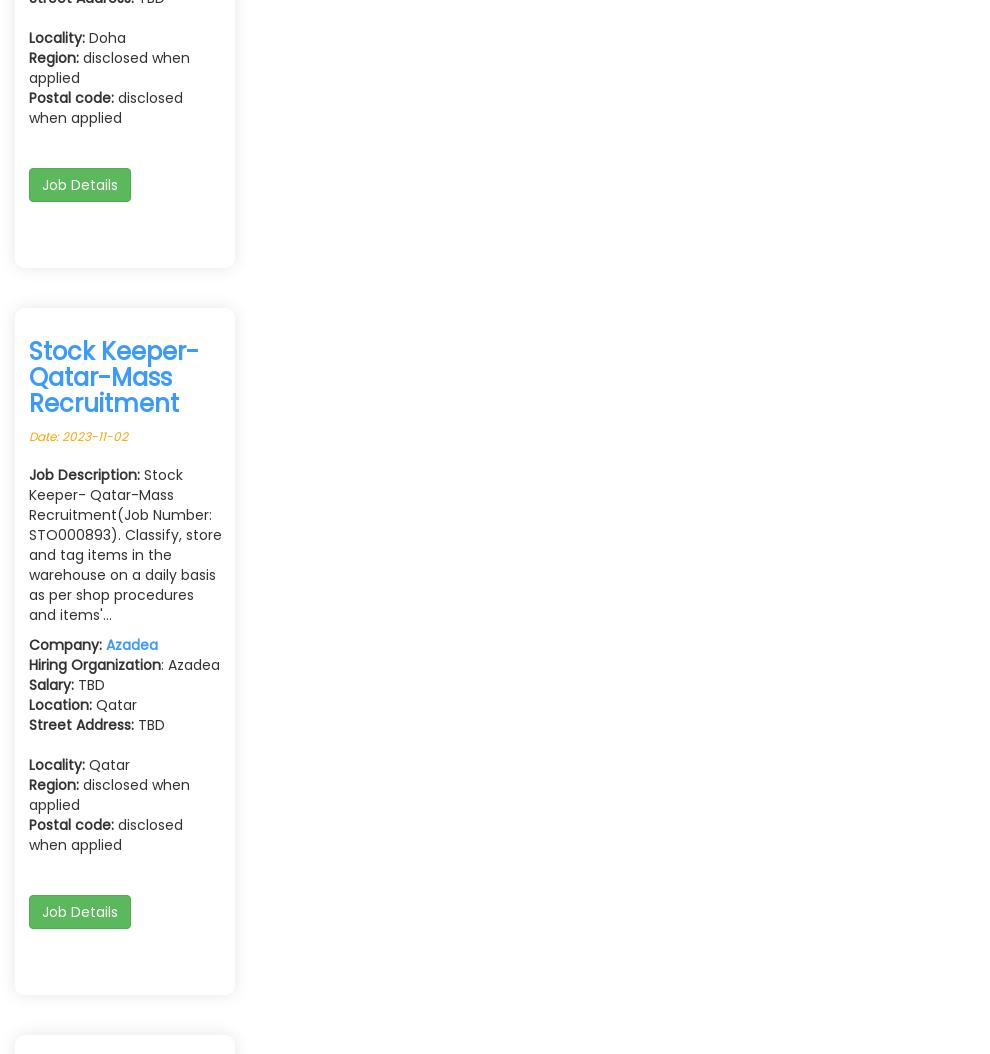  I want to click on 'Doha', so click(85, 36).